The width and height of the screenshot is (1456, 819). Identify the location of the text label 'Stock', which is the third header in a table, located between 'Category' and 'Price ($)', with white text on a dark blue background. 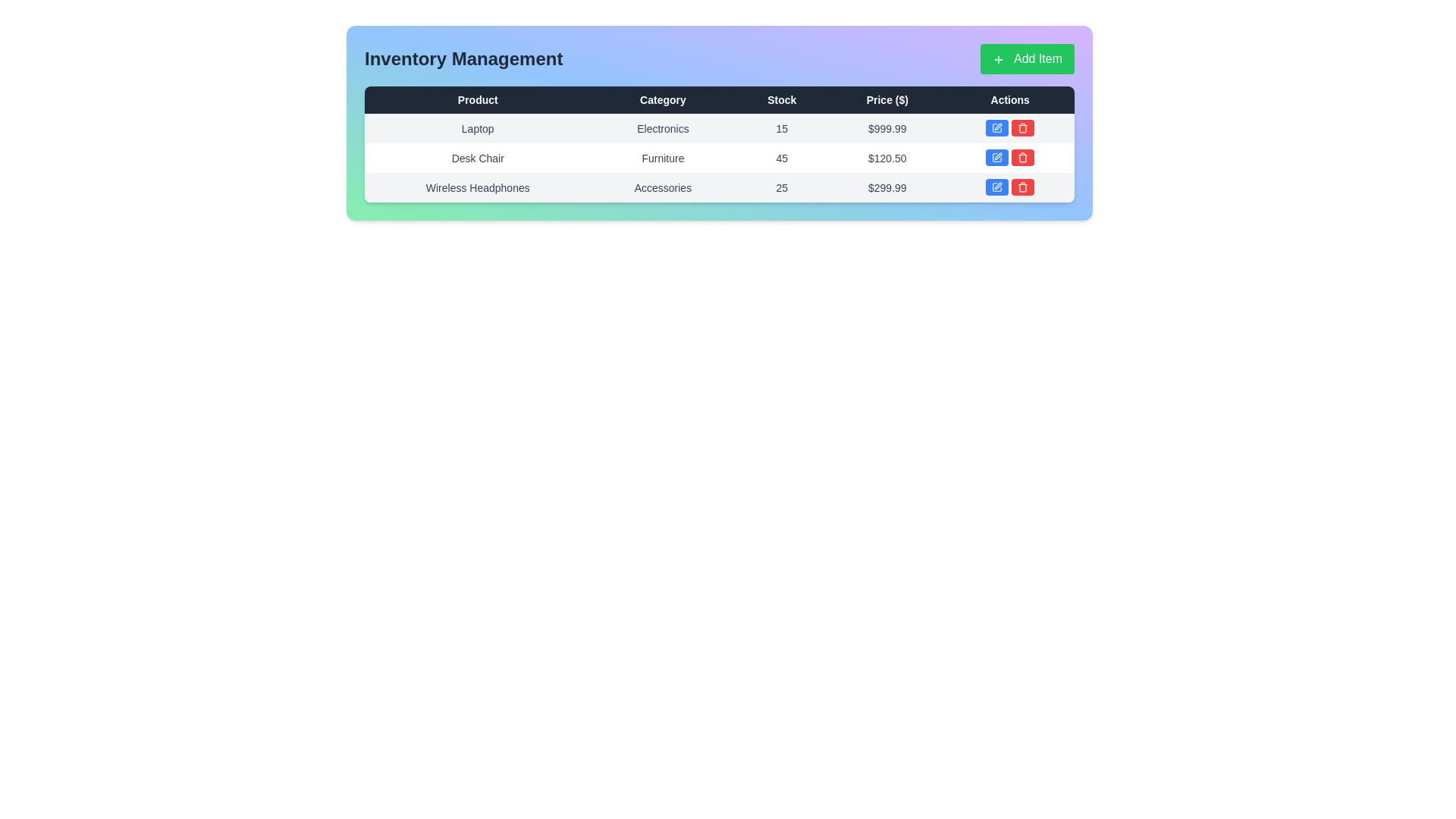
(782, 99).